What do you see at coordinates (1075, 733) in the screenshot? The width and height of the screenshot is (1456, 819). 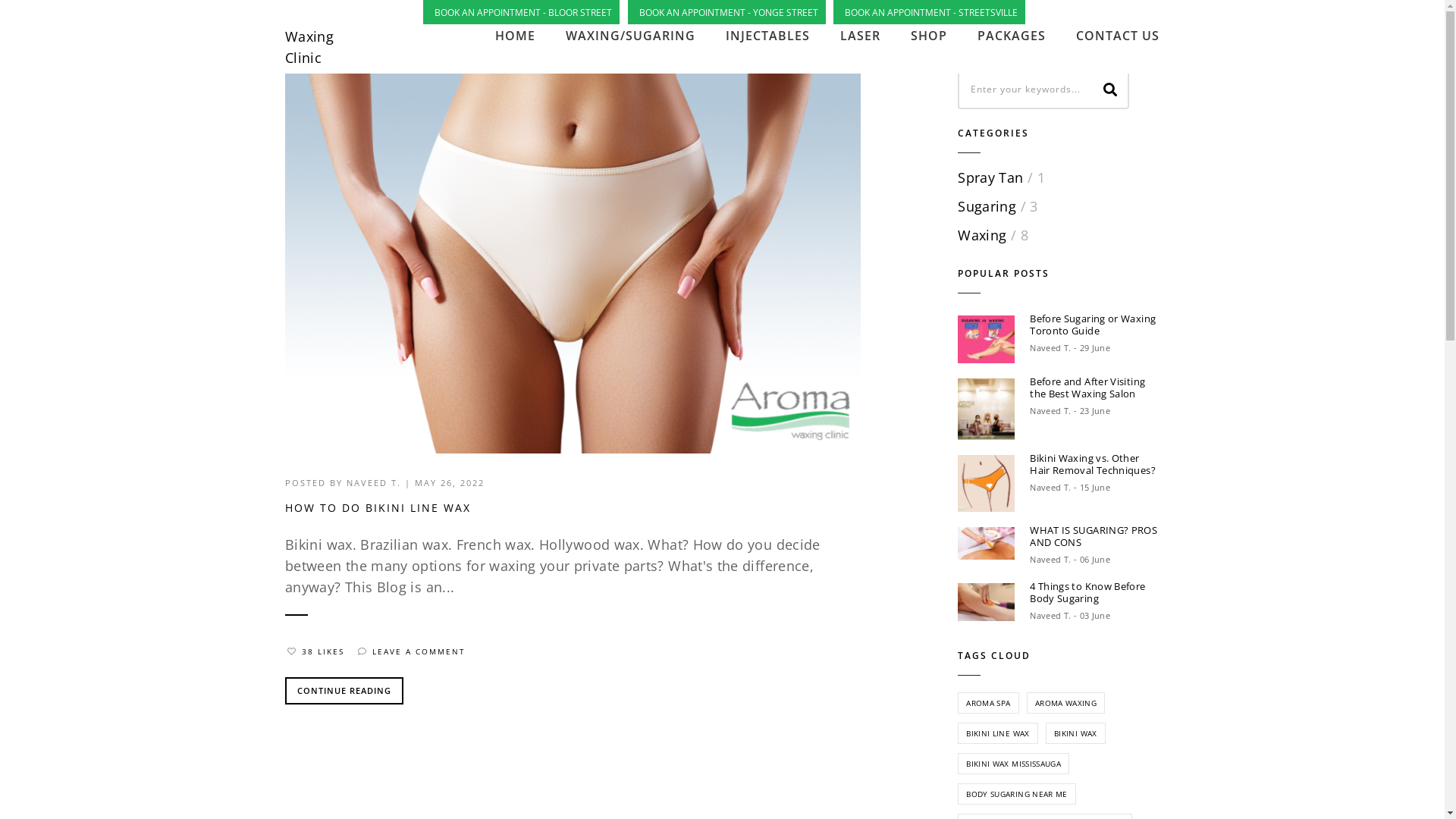 I see `'BIKINI WAX'` at bounding box center [1075, 733].